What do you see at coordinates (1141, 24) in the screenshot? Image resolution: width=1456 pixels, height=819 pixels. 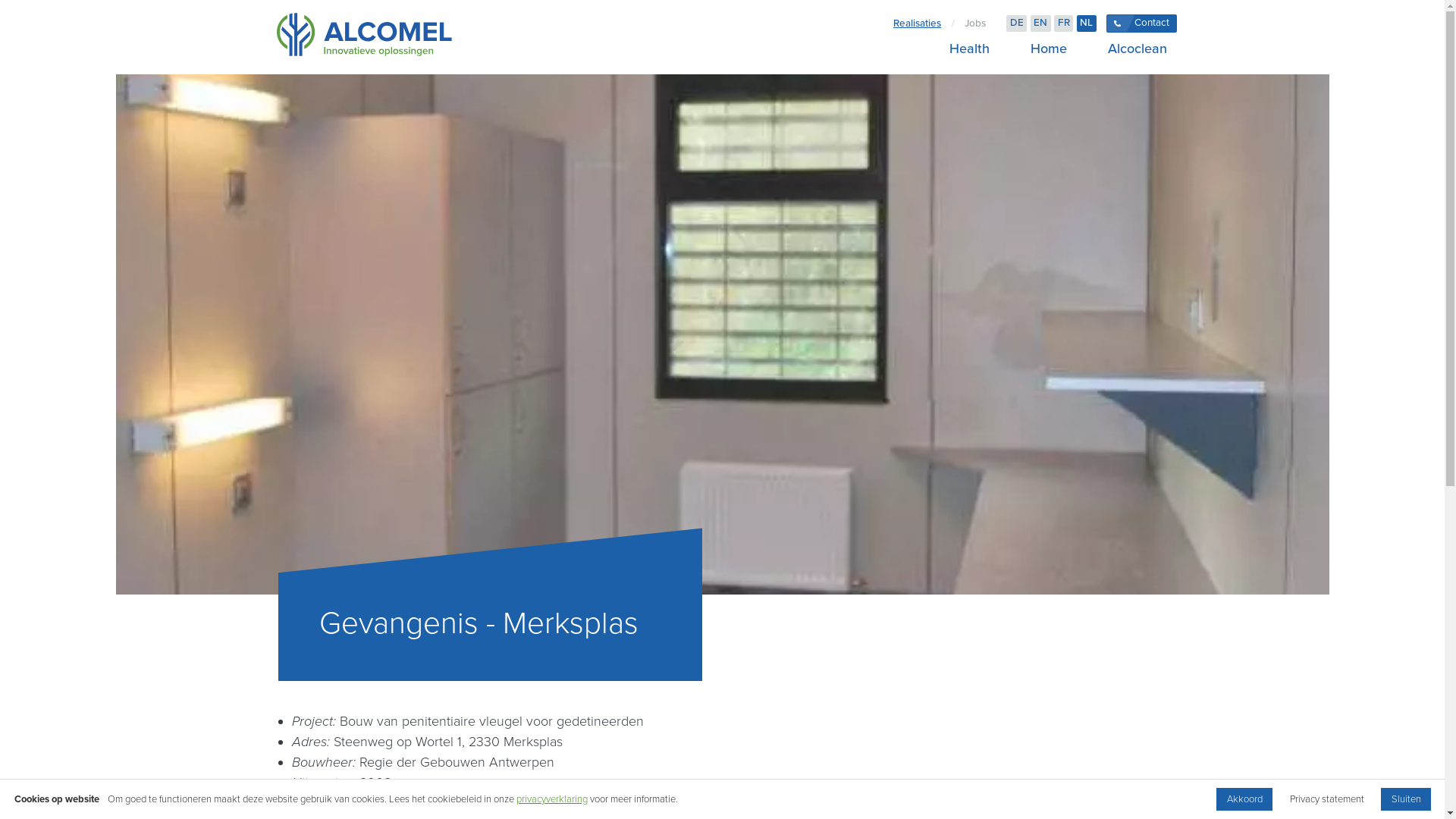 I see `'Contact'` at bounding box center [1141, 24].